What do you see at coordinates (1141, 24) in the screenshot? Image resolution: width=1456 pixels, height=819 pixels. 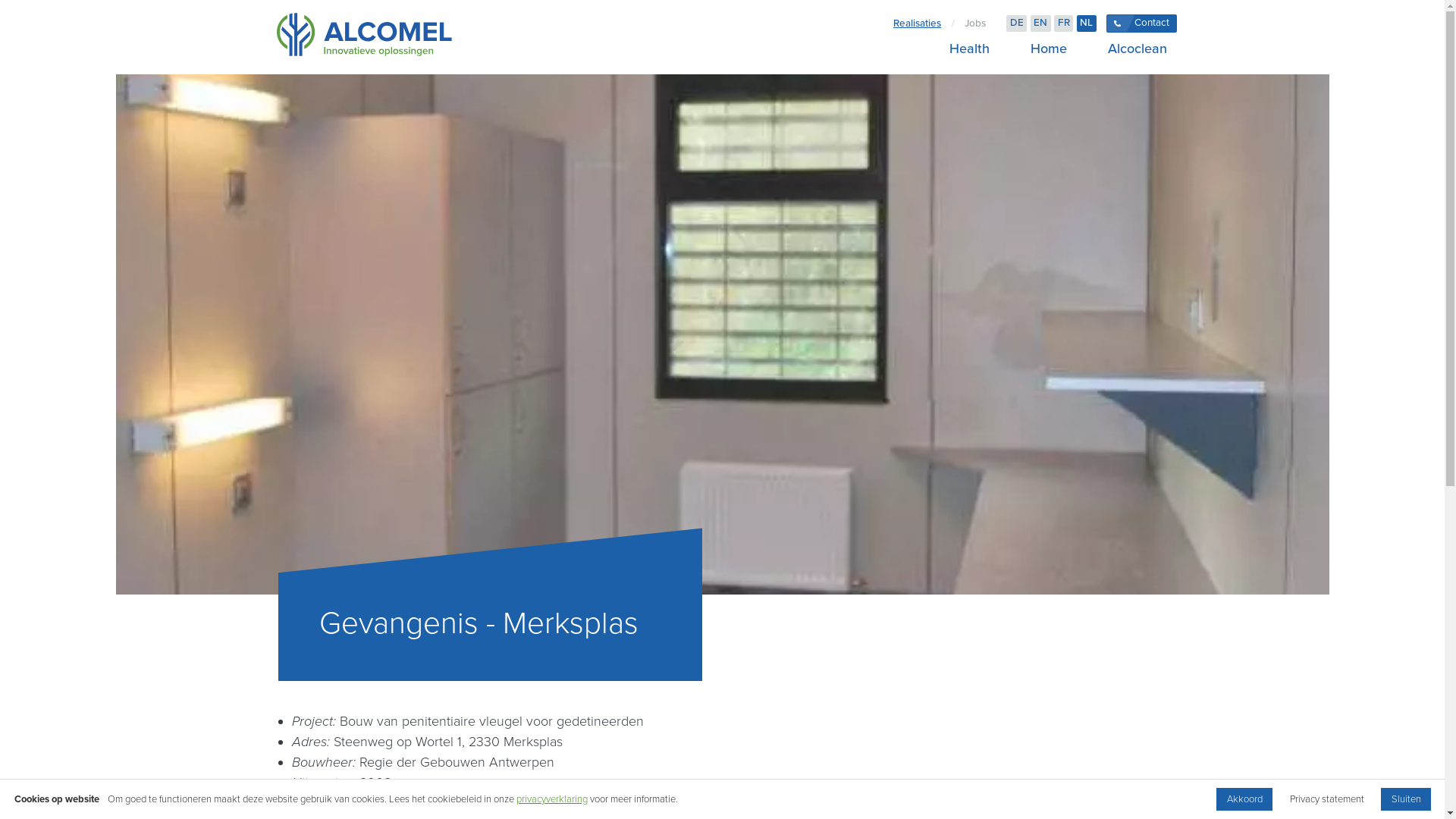 I see `'Contact'` at bounding box center [1141, 24].